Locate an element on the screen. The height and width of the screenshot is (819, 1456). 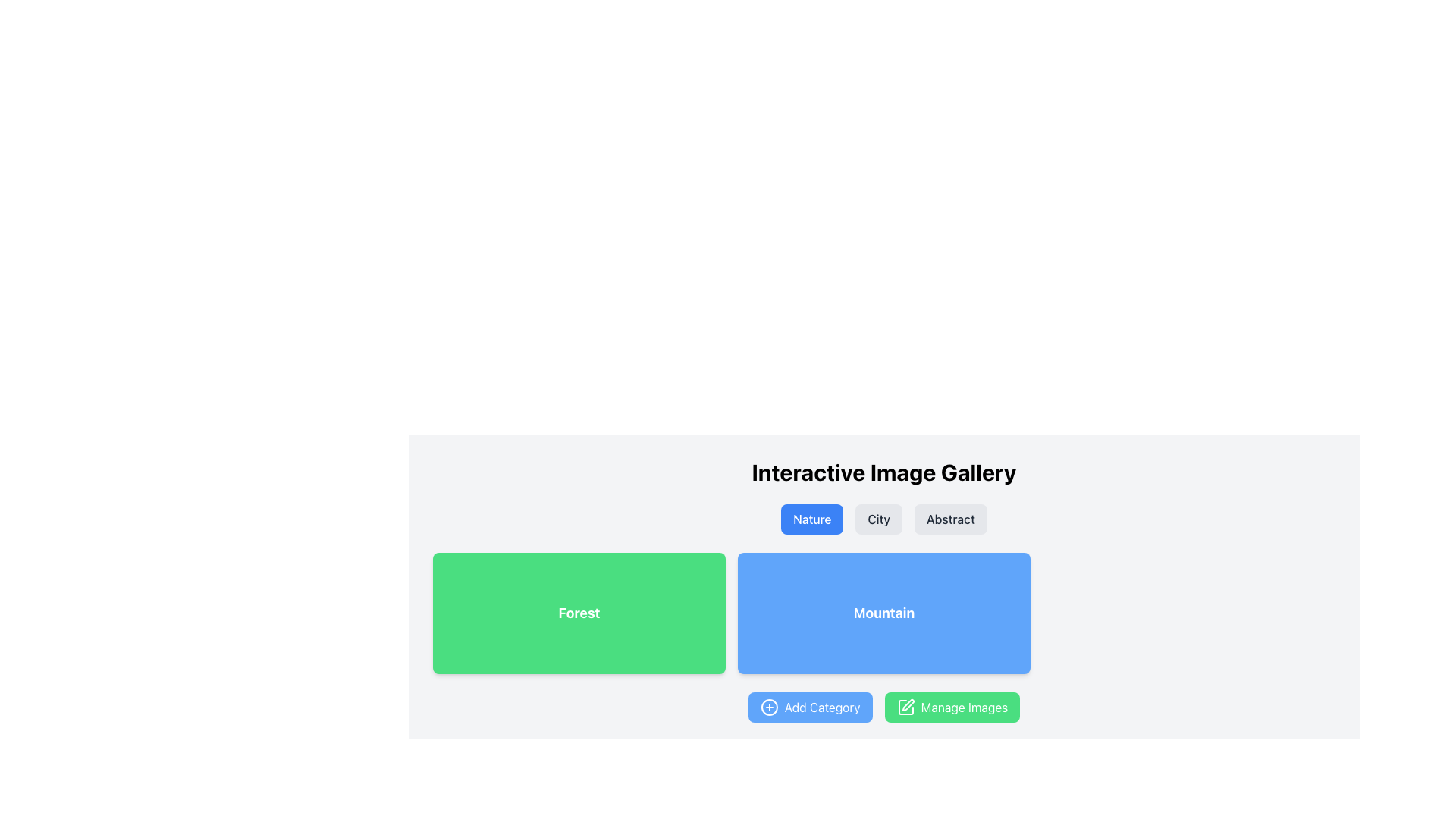
the icon within the 'Add Category' button located at the bottom row of the interface, to the left of the 'Manage Images' button is located at coordinates (769, 708).